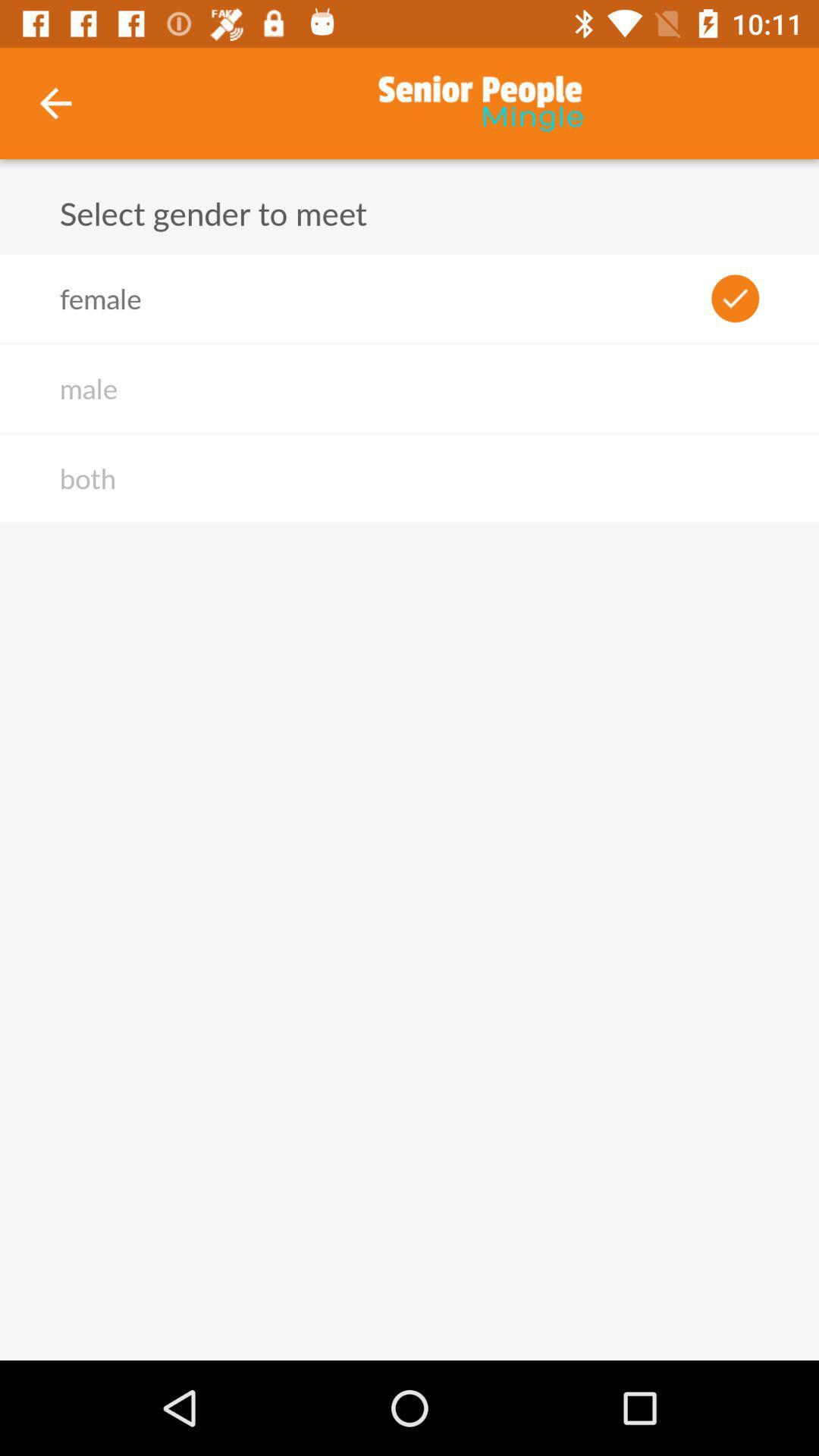 Image resolution: width=819 pixels, height=1456 pixels. What do you see at coordinates (734, 298) in the screenshot?
I see `icon at the top right corner` at bounding box center [734, 298].